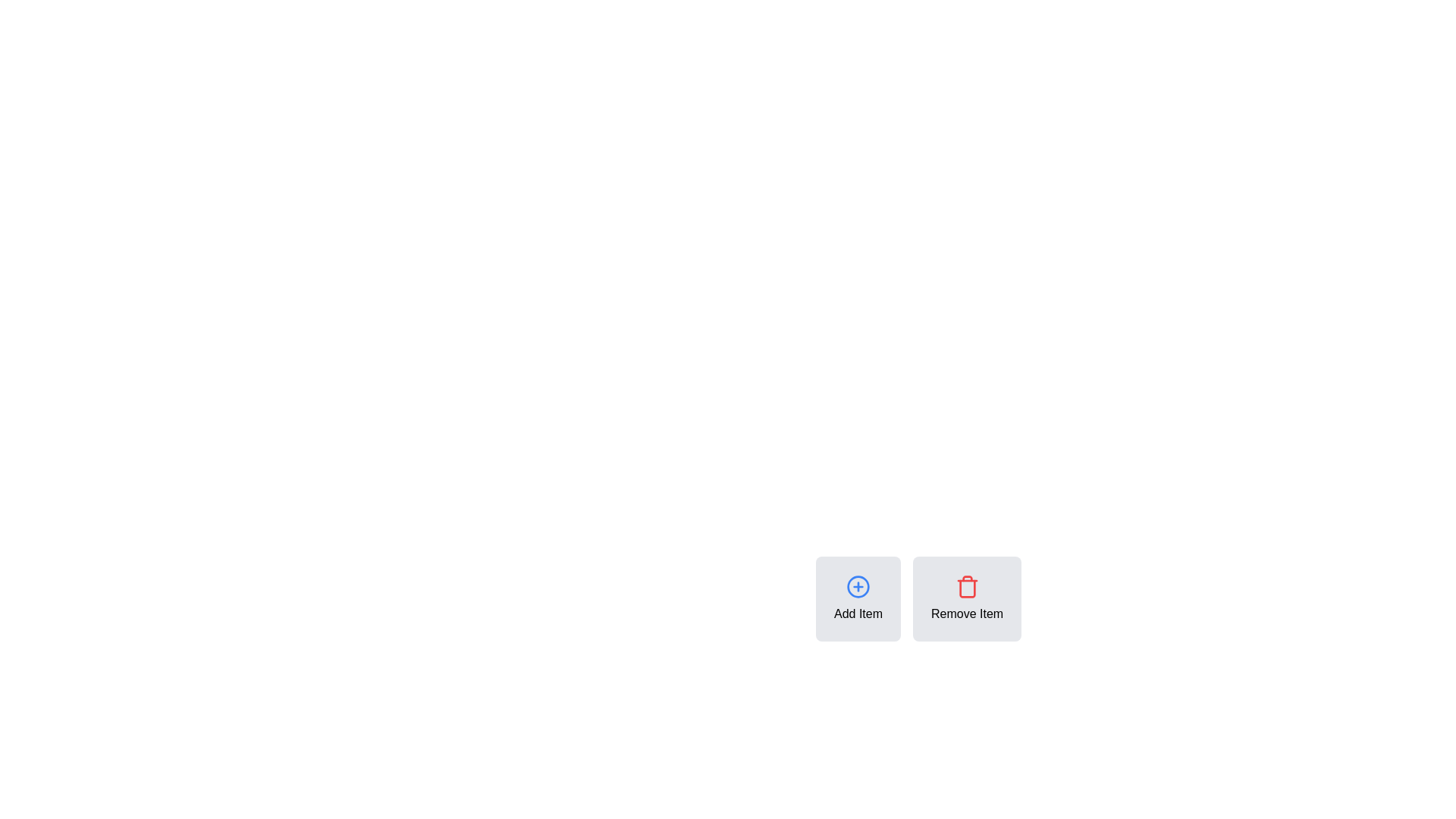 The image size is (1456, 819). What do you see at coordinates (858, 598) in the screenshot?
I see `the button on the left side of the layout to initiate the addition of an item` at bounding box center [858, 598].